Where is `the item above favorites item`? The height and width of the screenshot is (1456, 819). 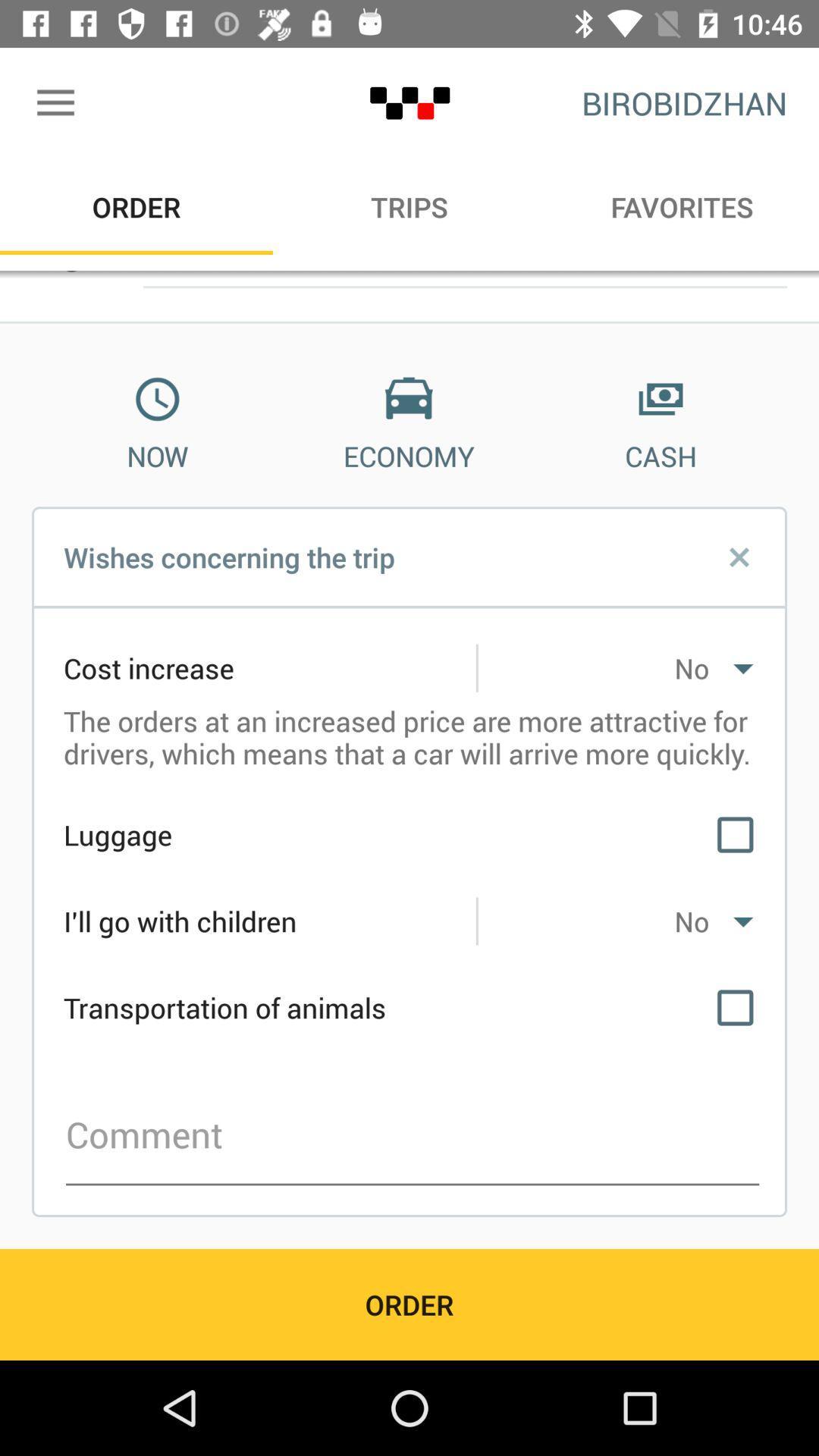 the item above favorites item is located at coordinates (684, 102).